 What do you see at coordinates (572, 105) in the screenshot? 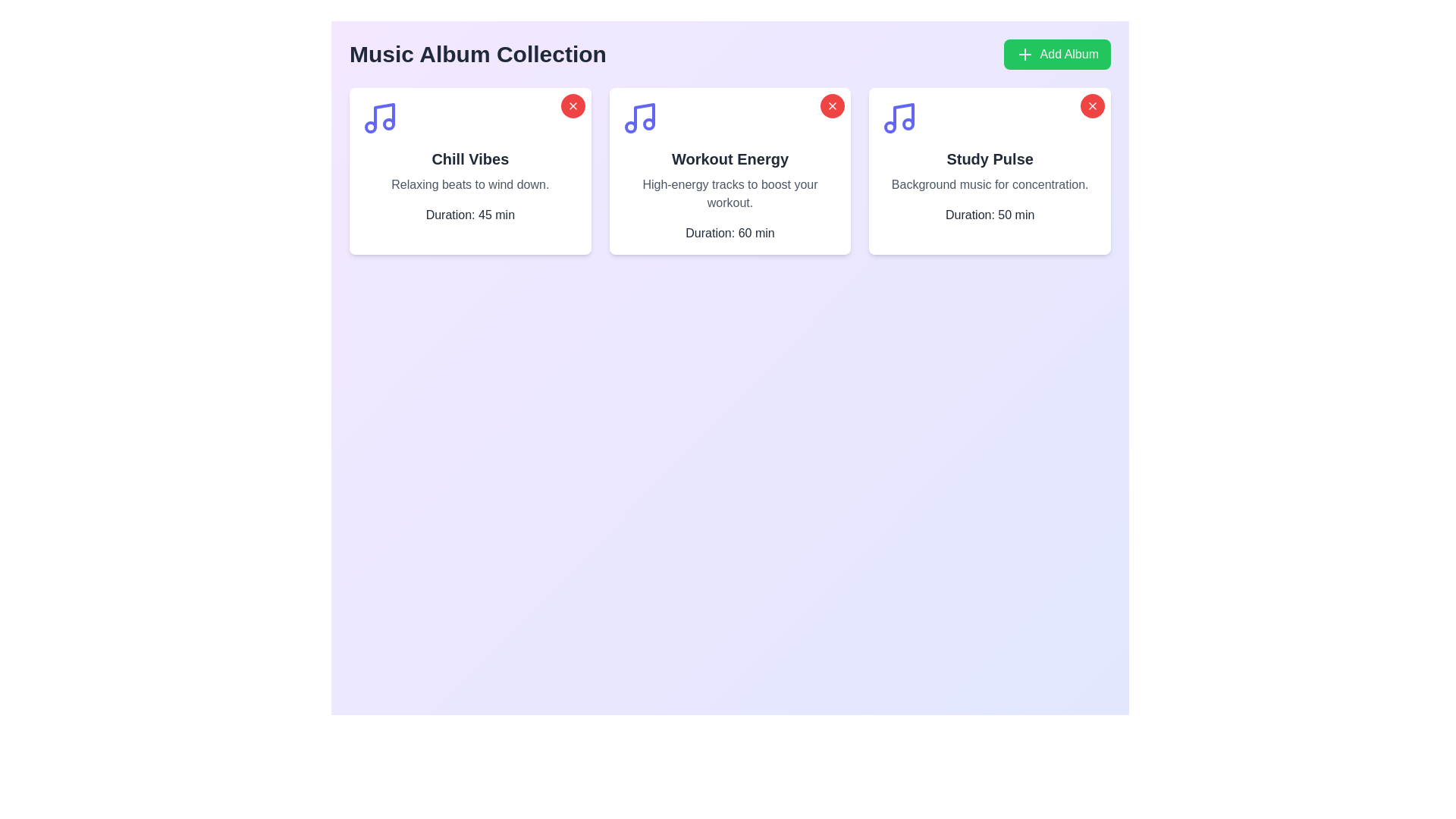
I see `the close button in the upper-right corner of the 'Chill Vibes' album card to trigger the removal action` at bounding box center [572, 105].